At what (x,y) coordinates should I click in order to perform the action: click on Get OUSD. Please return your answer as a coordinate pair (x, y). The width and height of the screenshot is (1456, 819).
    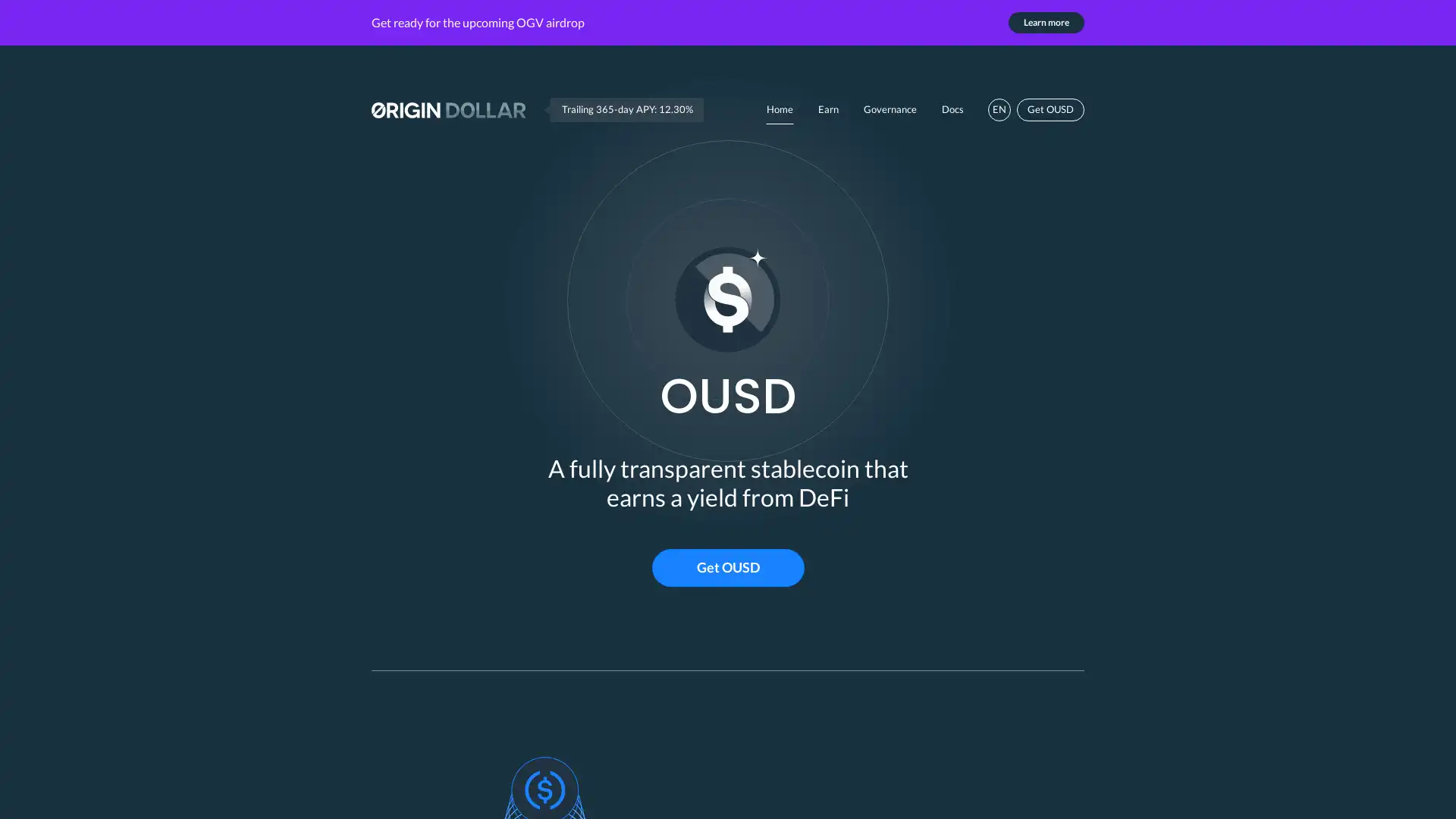
    Looking at the image, I should click on (1050, 108).